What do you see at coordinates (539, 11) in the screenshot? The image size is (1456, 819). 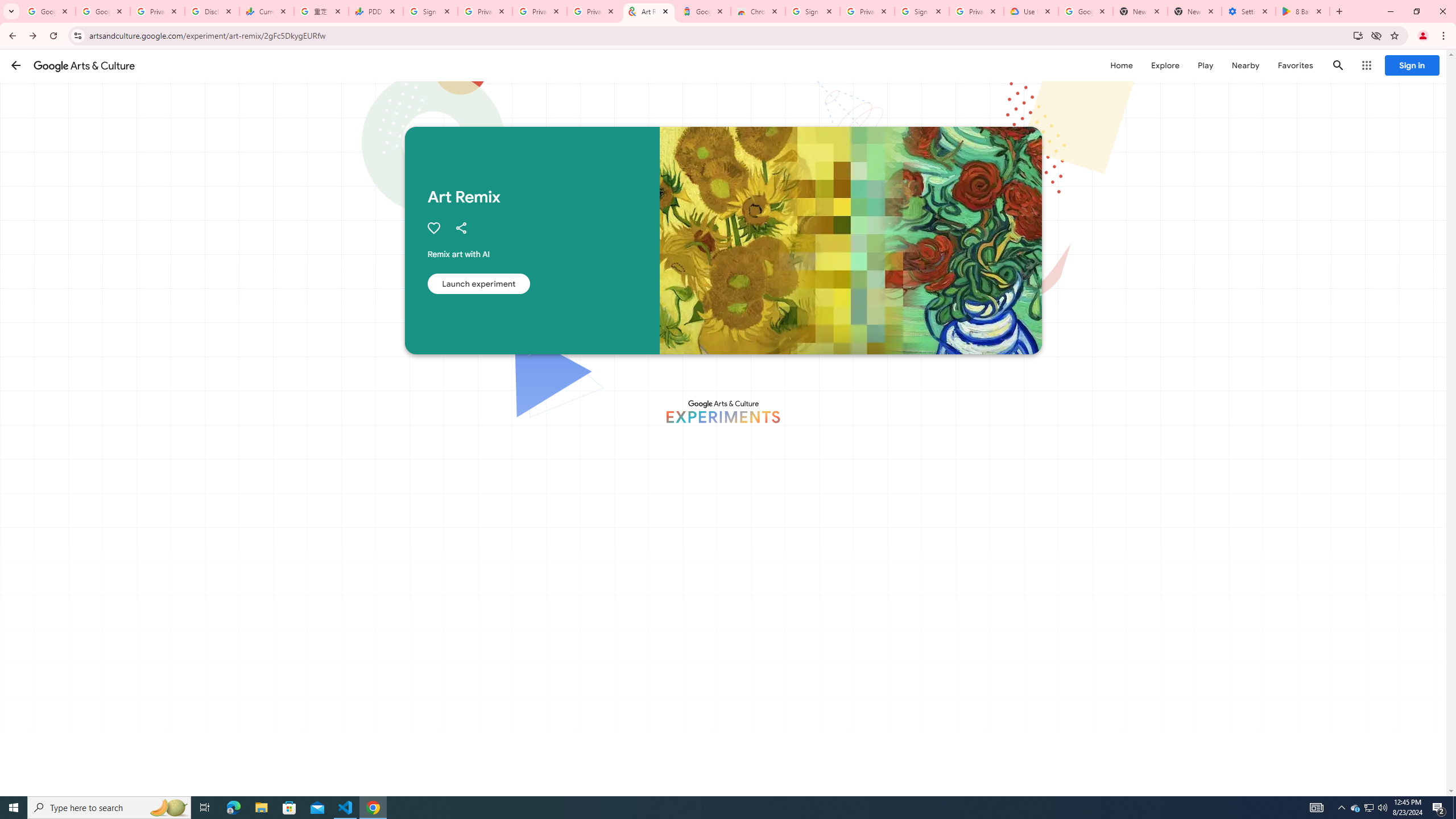 I see `'Privacy Checkup'` at bounding box center [539, 11].